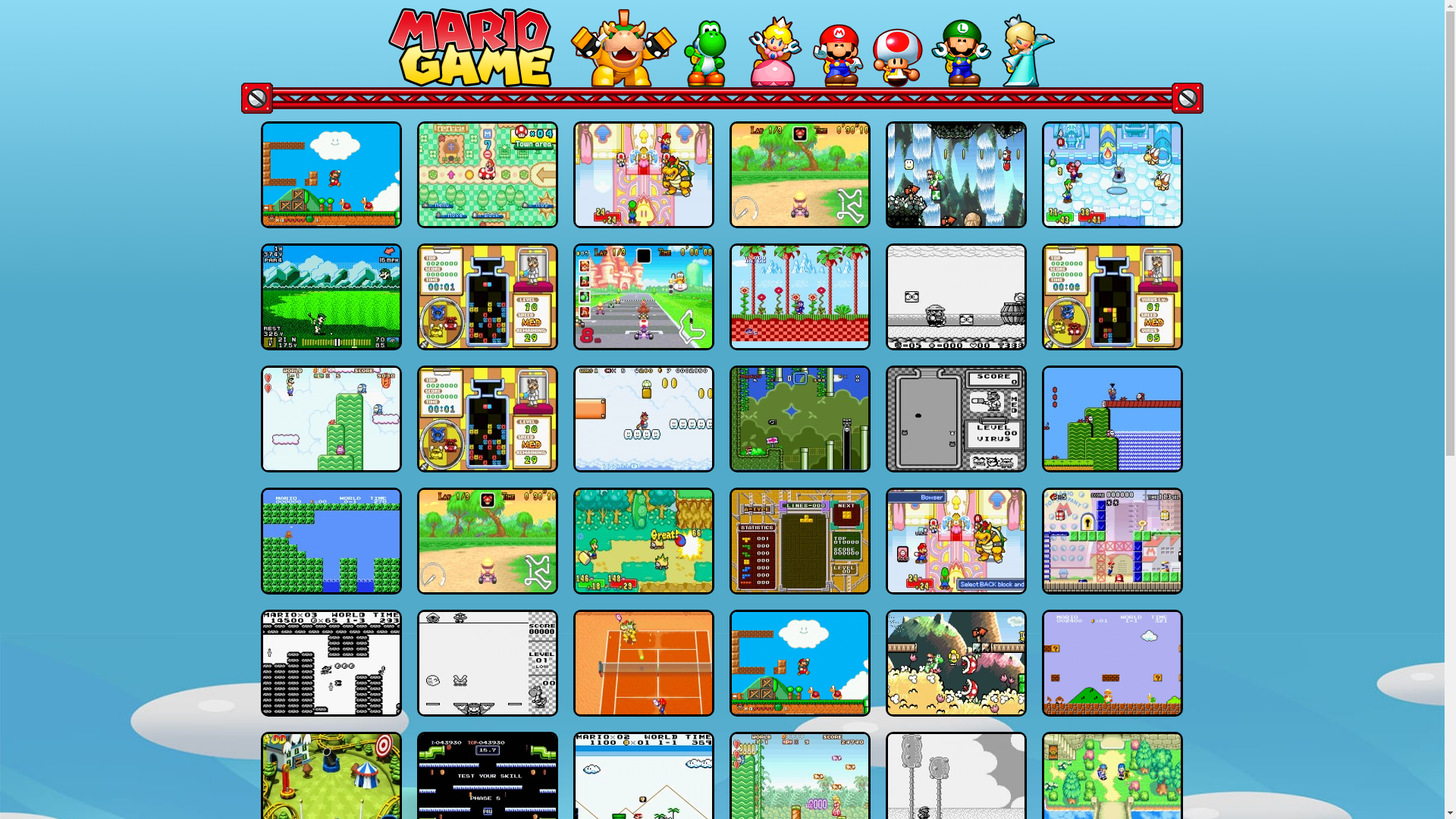 The image size is (1456, 819). I want to click on 'Super Mario World (Hack)', so click(799, 661).